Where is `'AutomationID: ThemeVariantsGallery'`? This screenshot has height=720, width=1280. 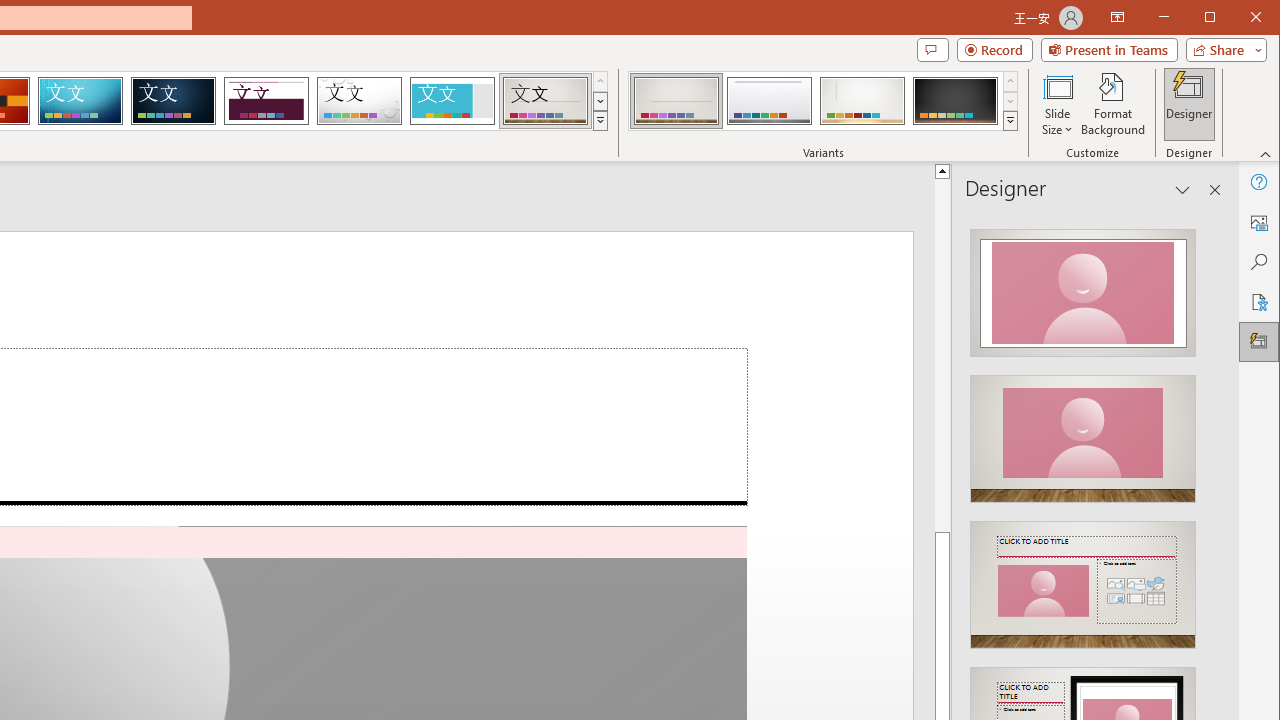 'AutomationID: ThemeVariantsGallery' is located at coordinates (824, 101).